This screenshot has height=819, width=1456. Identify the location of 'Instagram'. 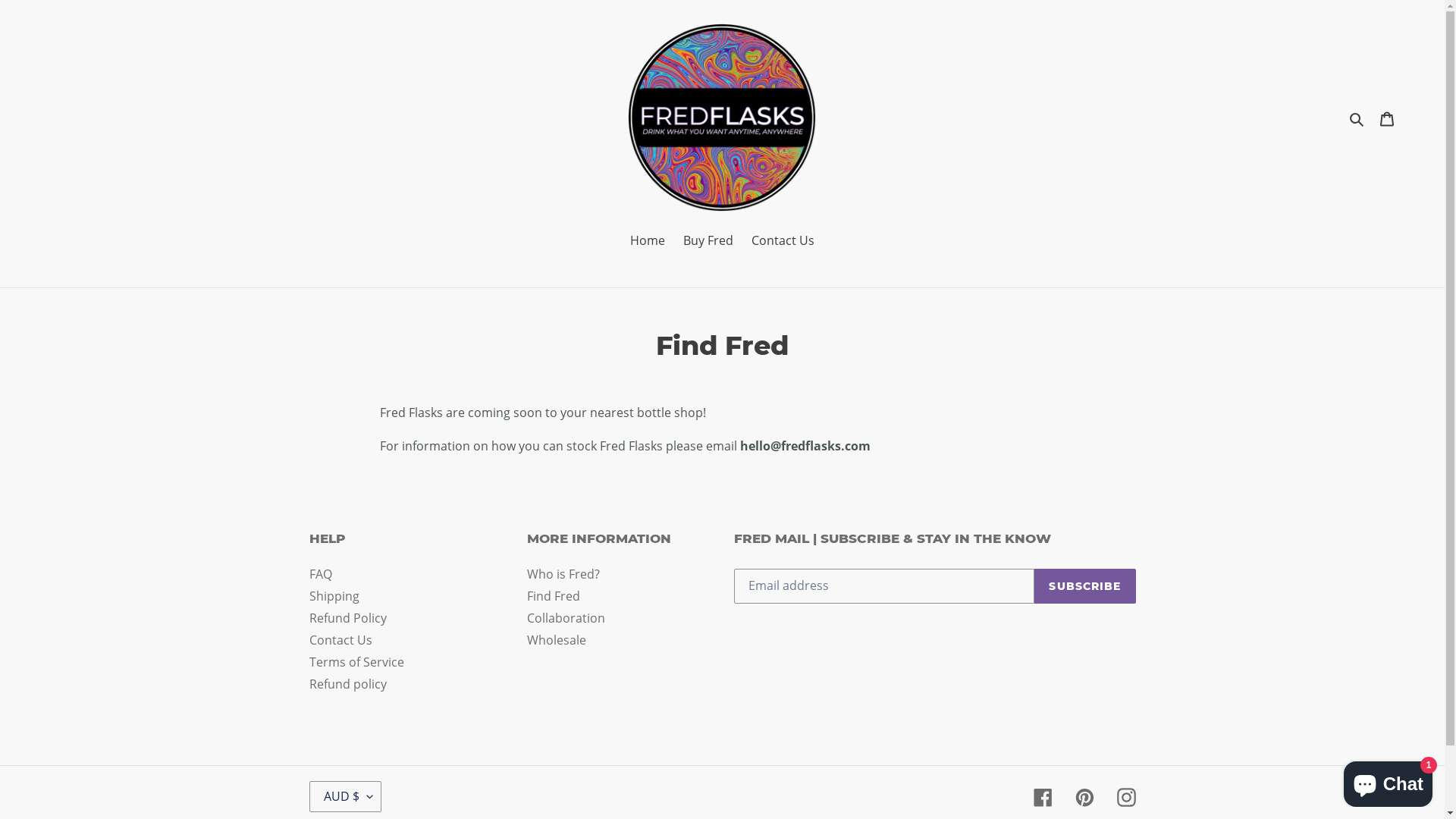
(1125, 795).